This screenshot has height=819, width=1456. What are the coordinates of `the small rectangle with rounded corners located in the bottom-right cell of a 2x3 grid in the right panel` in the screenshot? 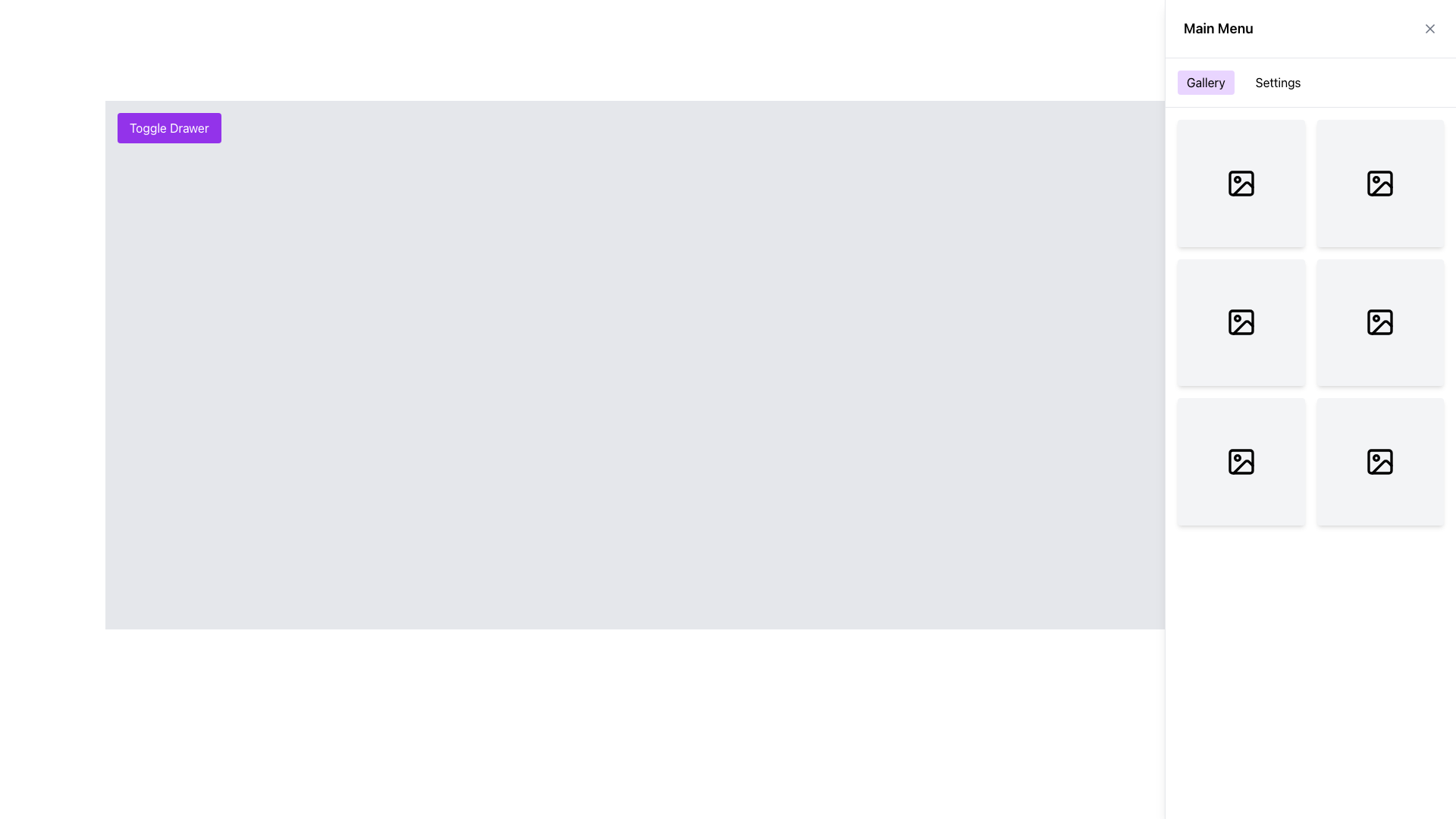 It's located at (1241, 460).